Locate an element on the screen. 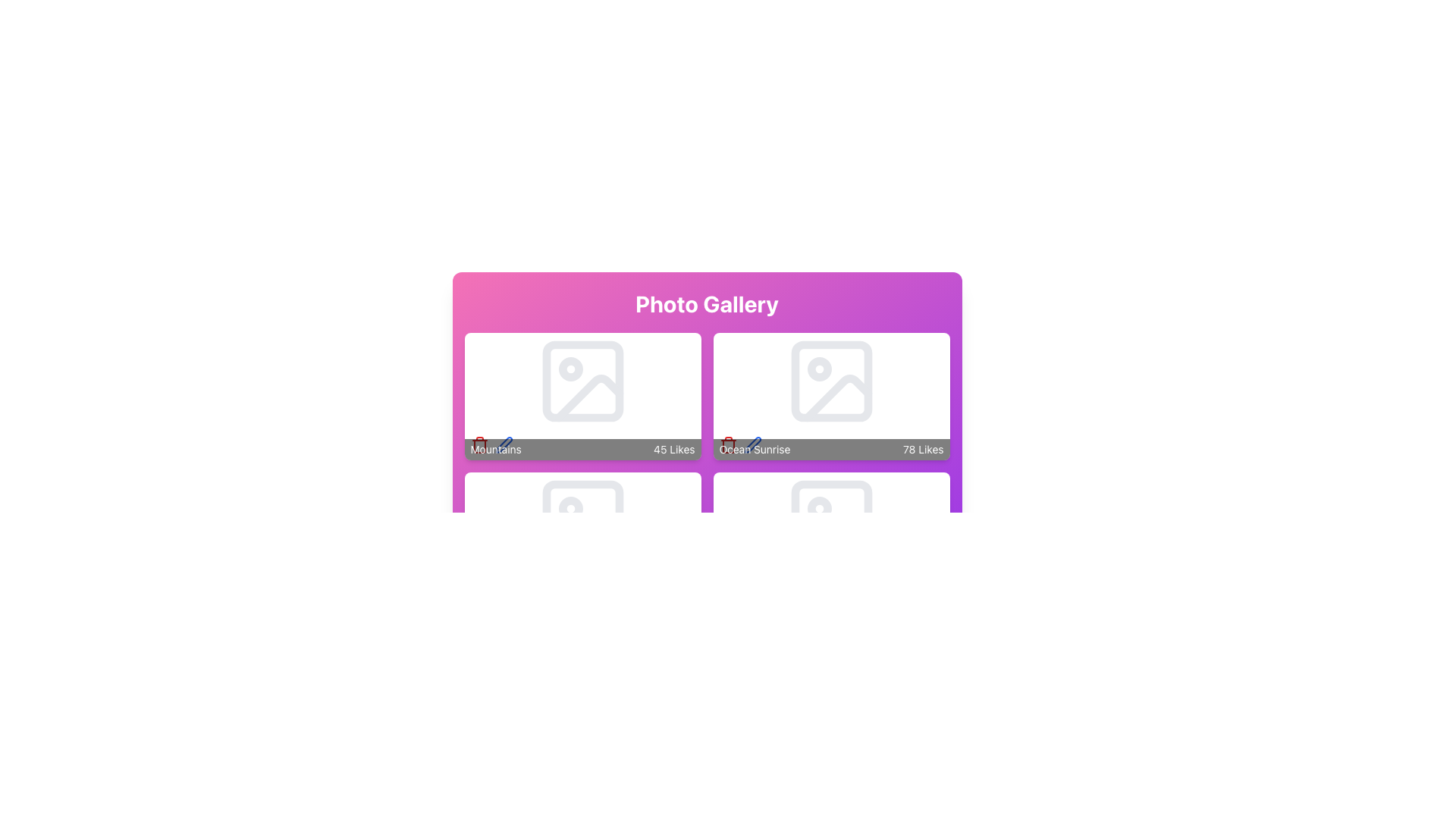  the first card in the gallery section, which has a white background, rounded corners, and displays 'Mountains' and '45 Likes' below a gray image placeholder is located at coordinates (582, 396).